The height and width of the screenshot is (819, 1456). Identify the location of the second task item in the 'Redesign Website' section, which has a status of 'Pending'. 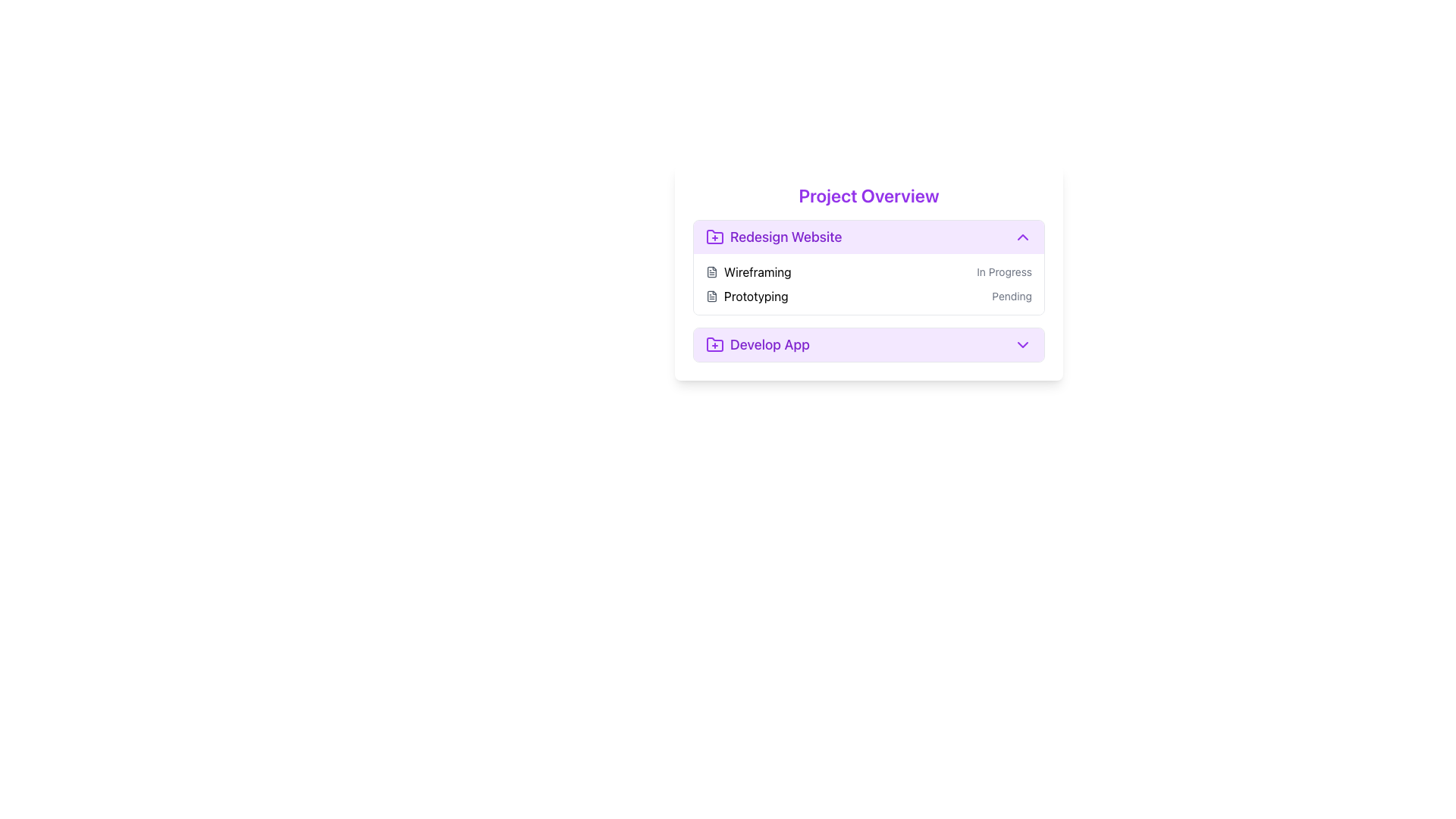
(869, 296).